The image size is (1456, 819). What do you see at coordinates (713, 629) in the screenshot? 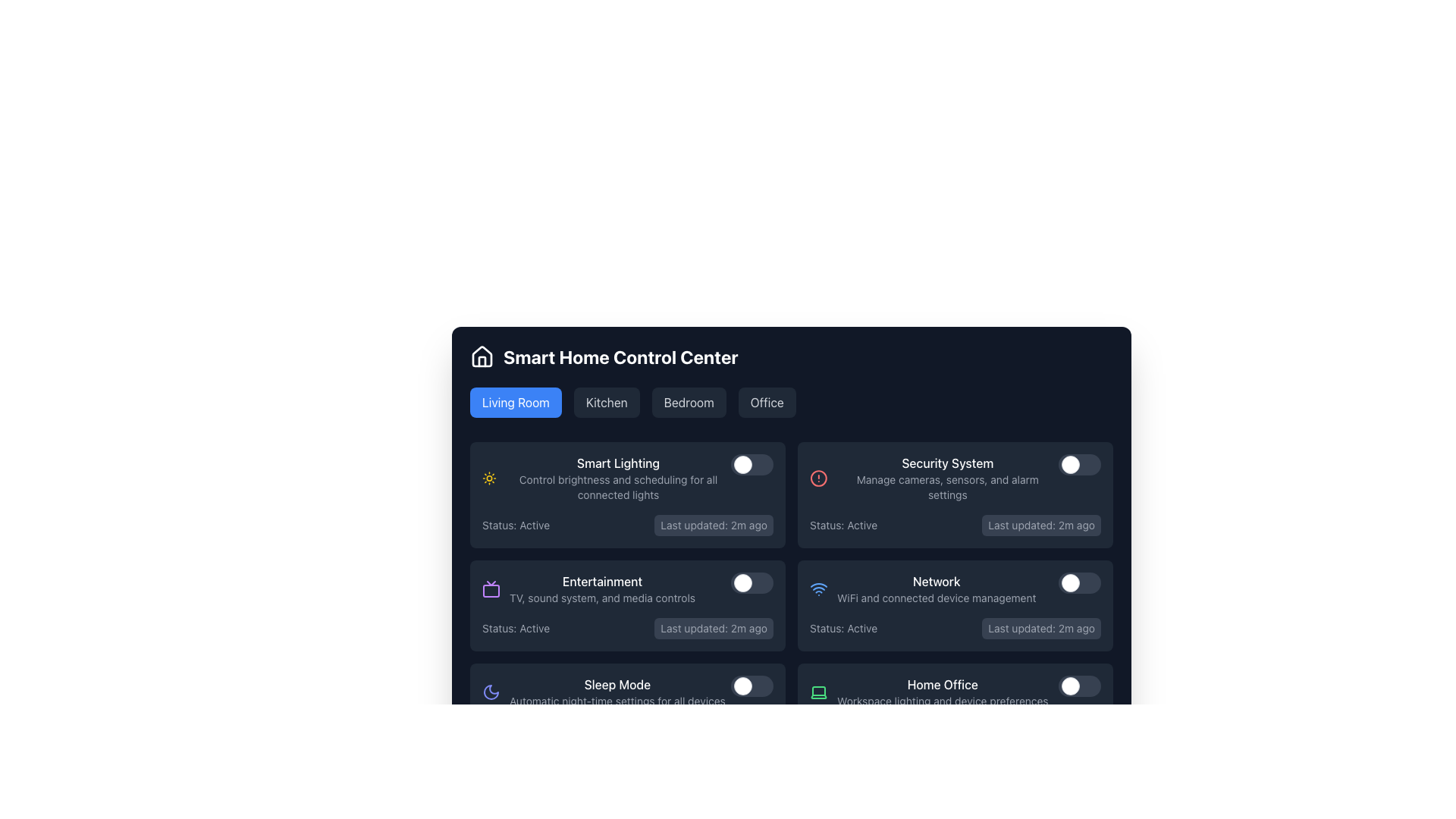
I see `the text label that indicates the time since the data was last updated, located in the bottom-right corner of the 'Entertainment' card` at bounding box center [713, 629].